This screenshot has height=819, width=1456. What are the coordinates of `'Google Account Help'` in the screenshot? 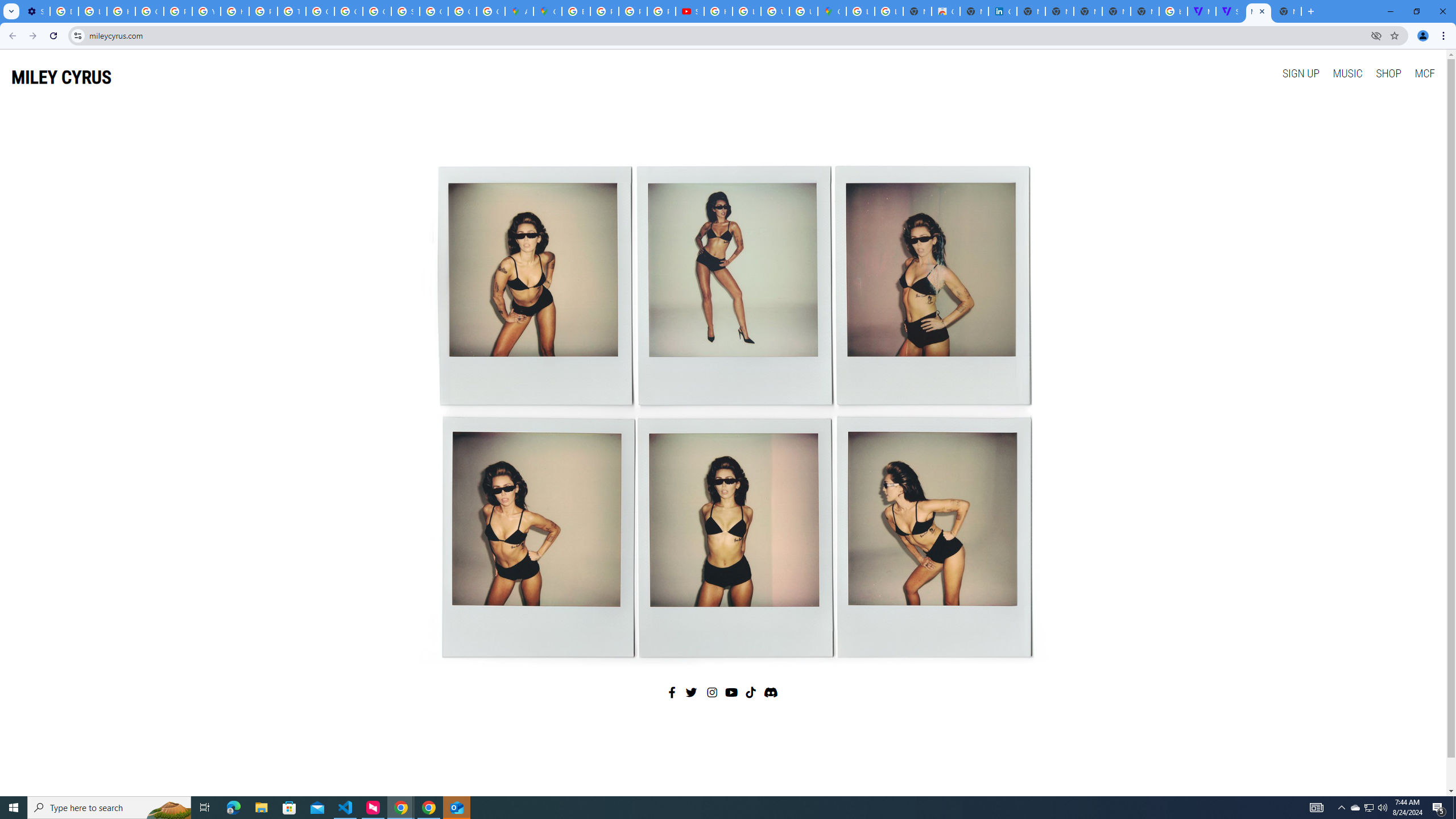 It's located at (148, 11).